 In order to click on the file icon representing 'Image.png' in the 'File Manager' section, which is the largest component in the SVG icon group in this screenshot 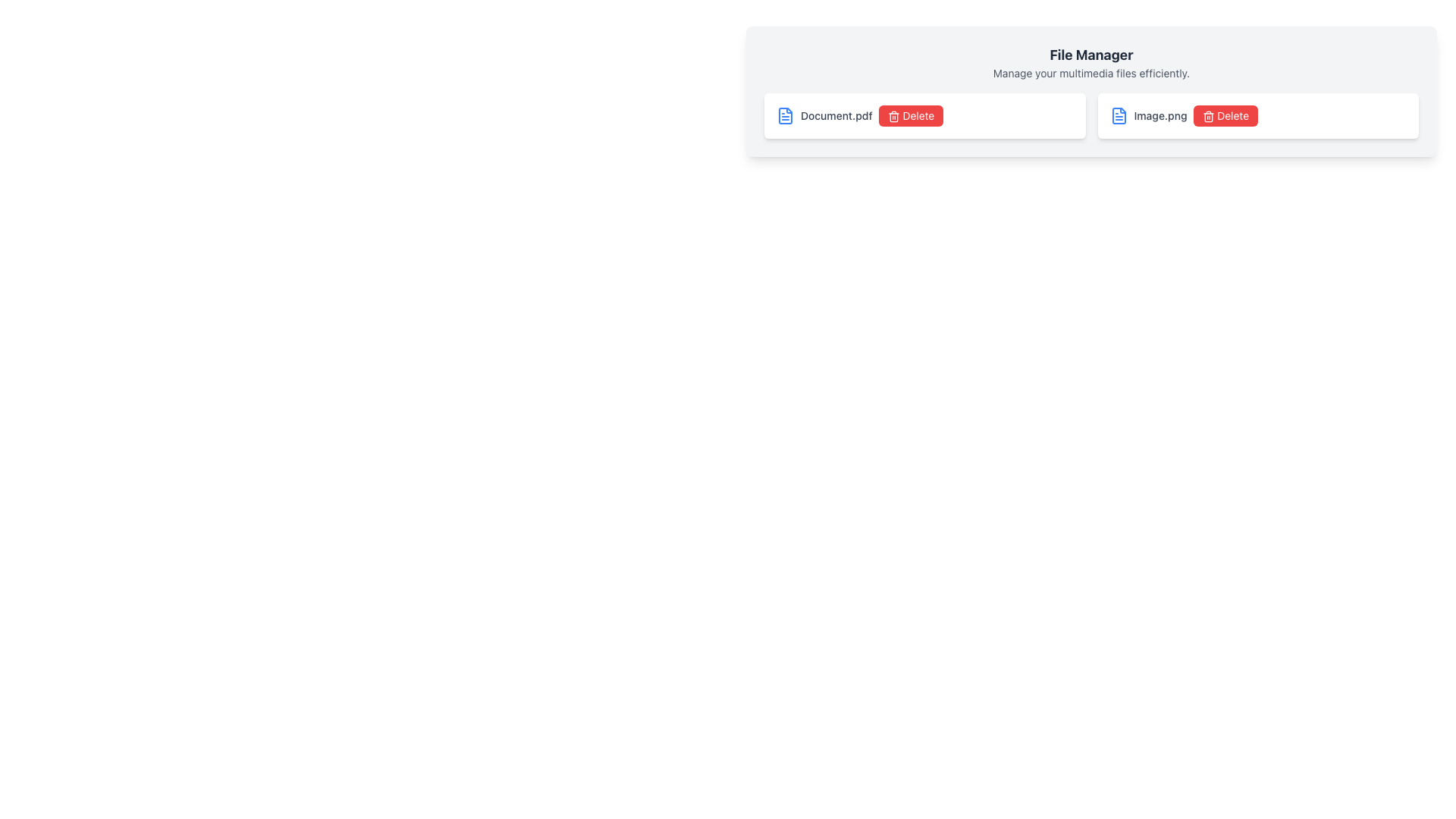, I will do `click(1119, 115)`.